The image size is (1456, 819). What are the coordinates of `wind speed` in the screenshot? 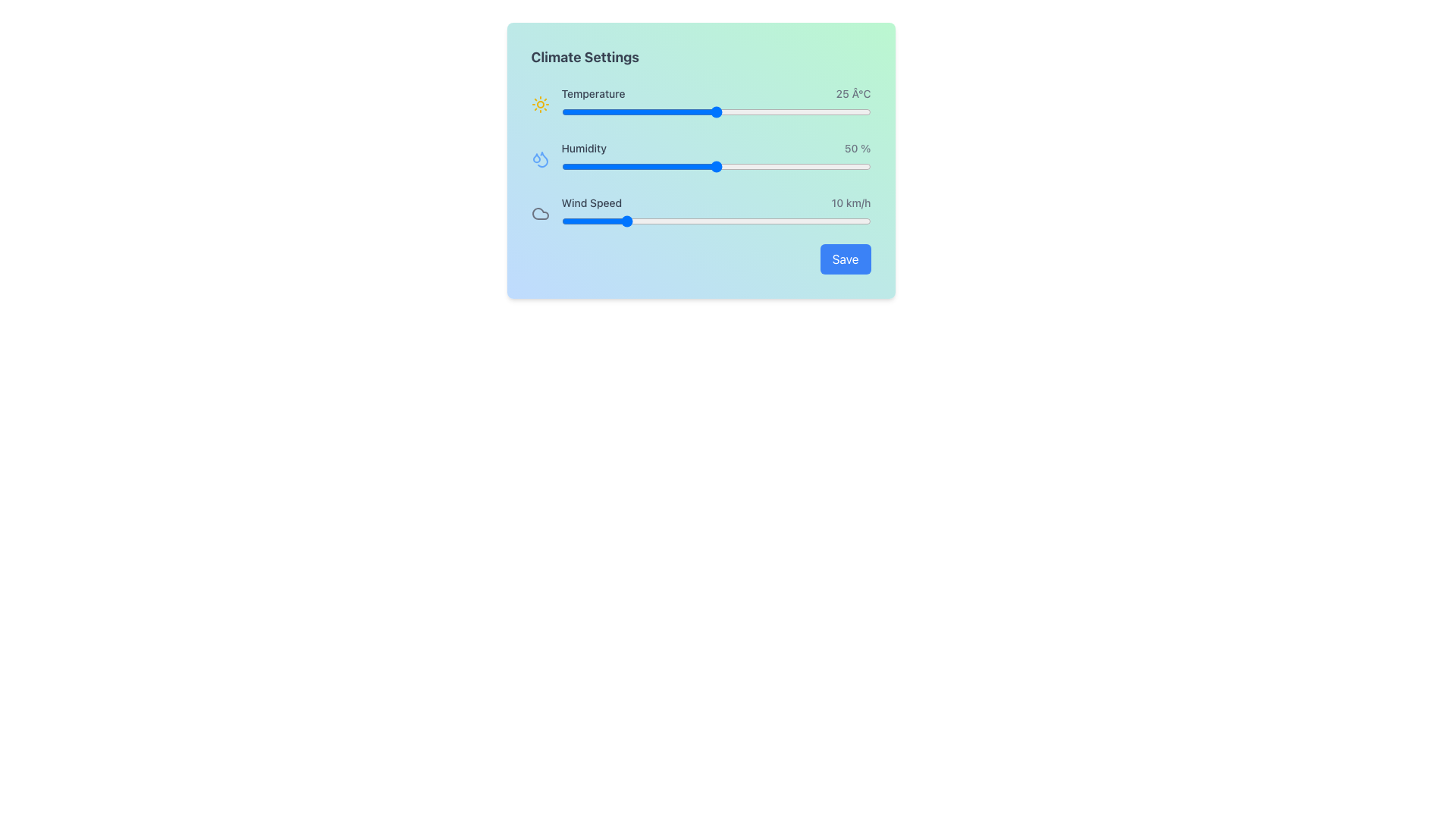 It's located at (635, 221).